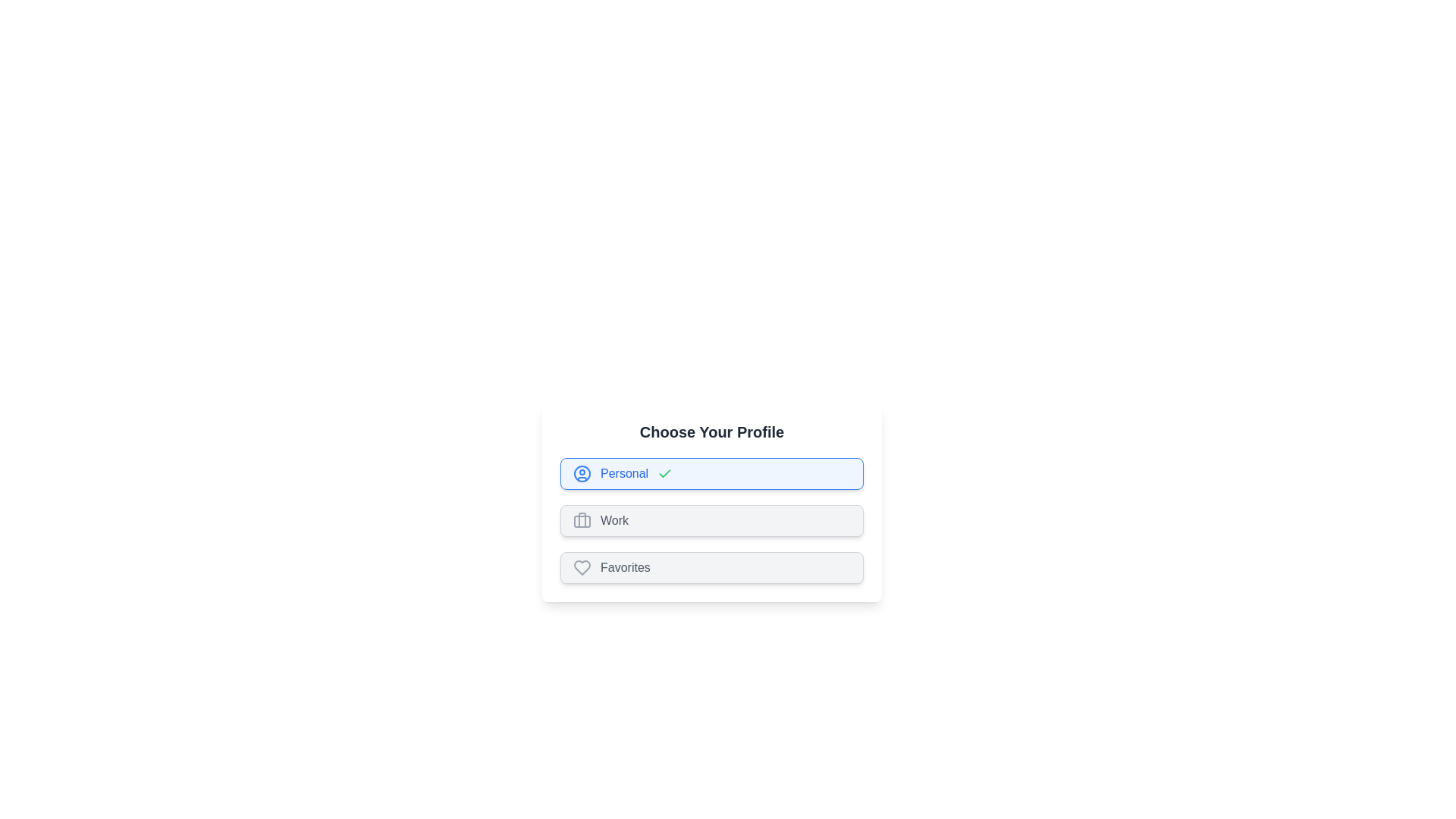 The image size is (1456, 819). I want to click on the title text 'Choose Your Profile' to select it, so click(711, 432).